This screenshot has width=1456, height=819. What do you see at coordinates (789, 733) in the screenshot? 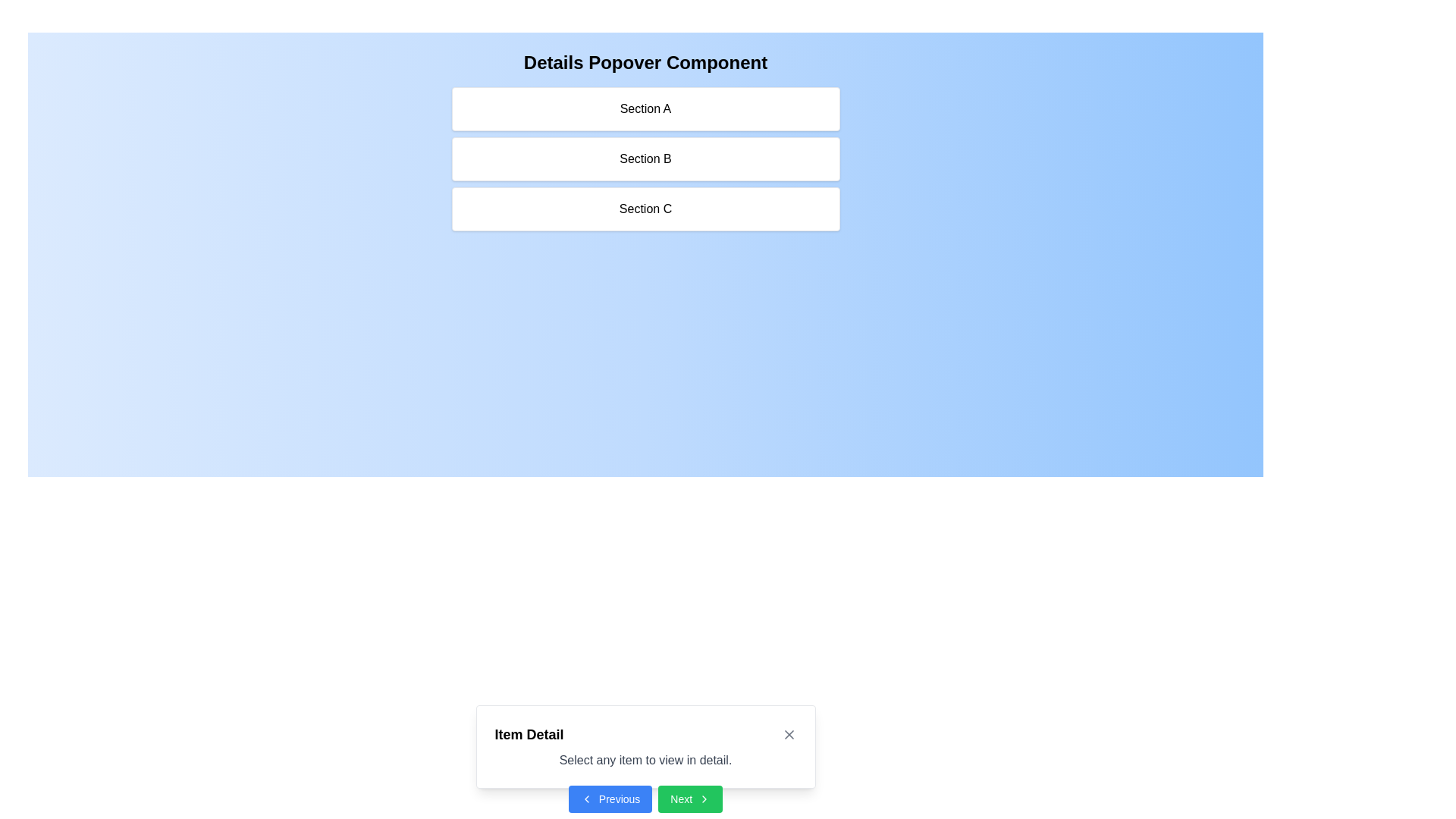
I see `the close button located in the top-right corner of the 'Item Detail' panel to change its color` at bounding box center [789, 733].